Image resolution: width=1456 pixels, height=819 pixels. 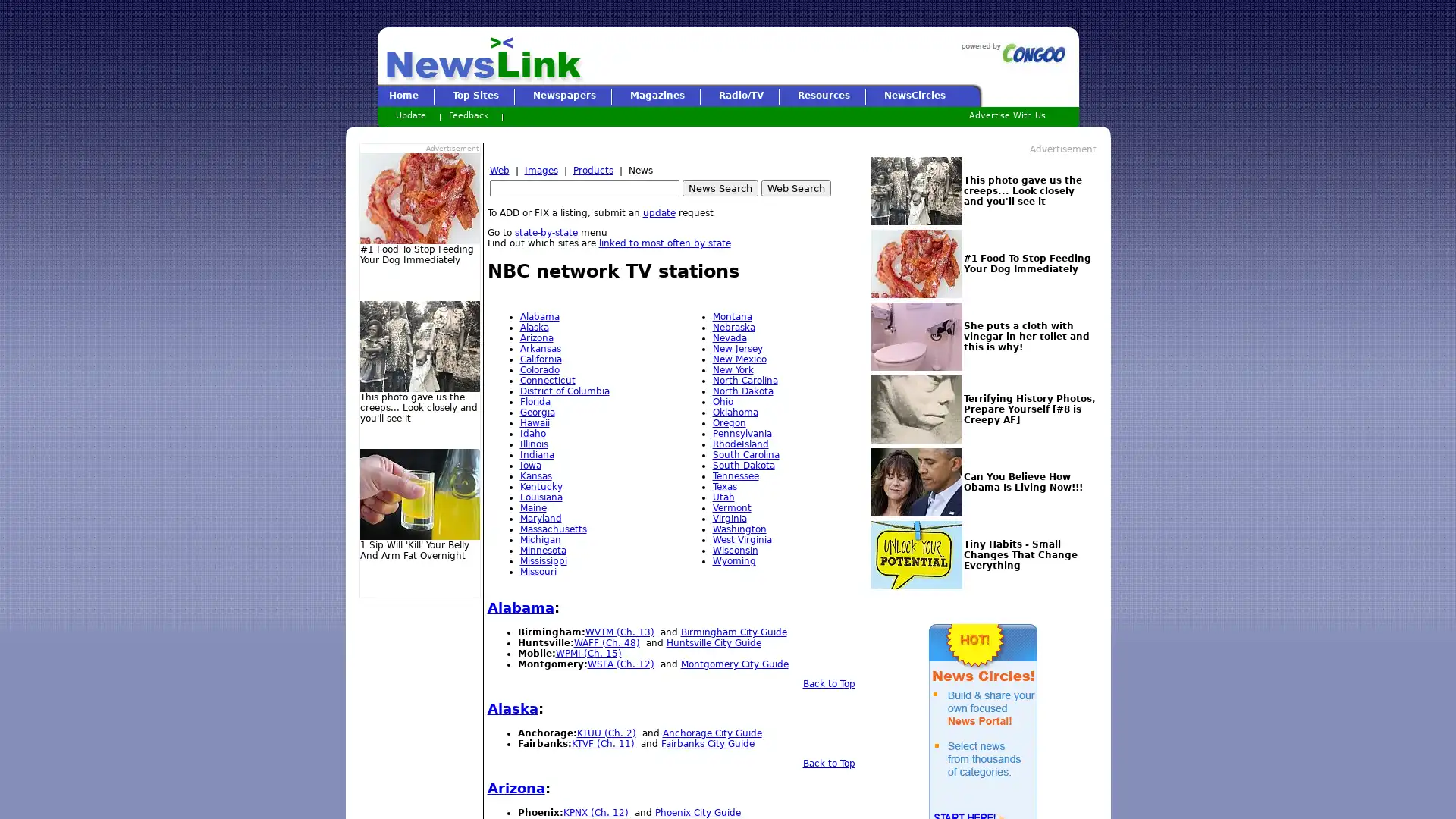 I want to click on News Search, so click(x=719, y=187).